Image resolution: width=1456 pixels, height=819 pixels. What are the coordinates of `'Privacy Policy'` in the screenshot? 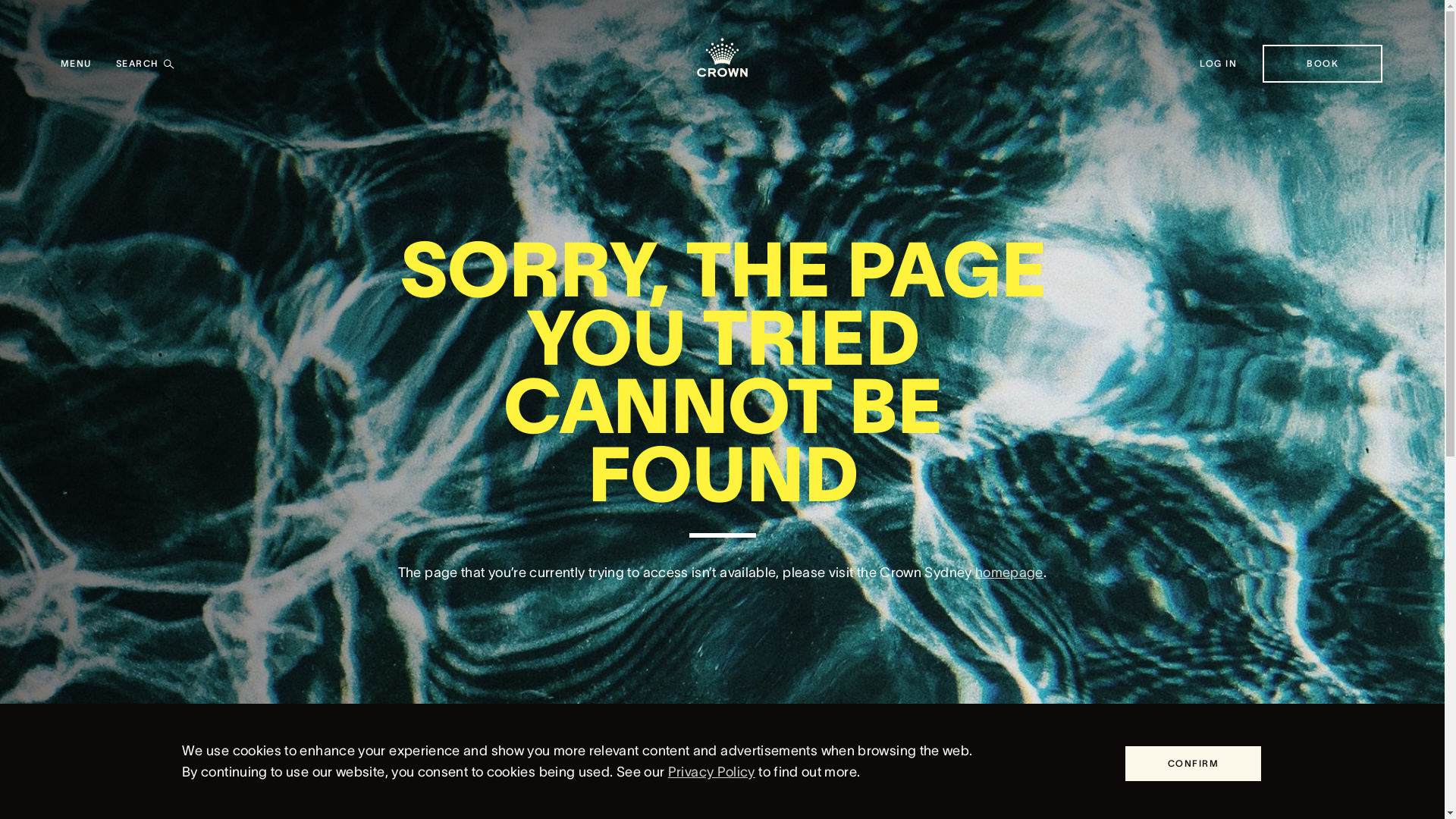 It's located at (711, 772).